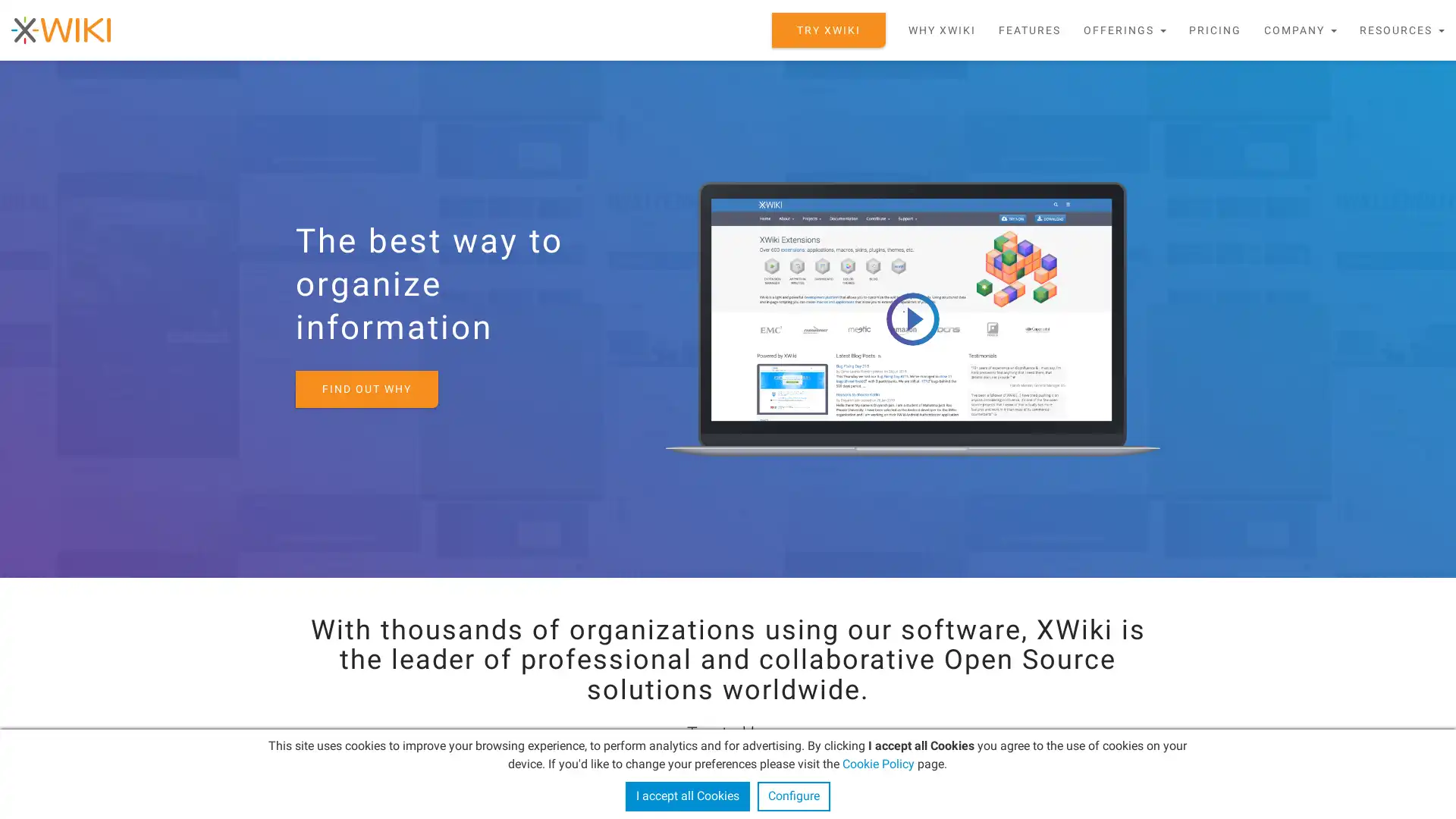  What do you see at coordinates (686, 795) in the screenshot?
I see `I accept all Cookies` at bounding box center [686, 795].